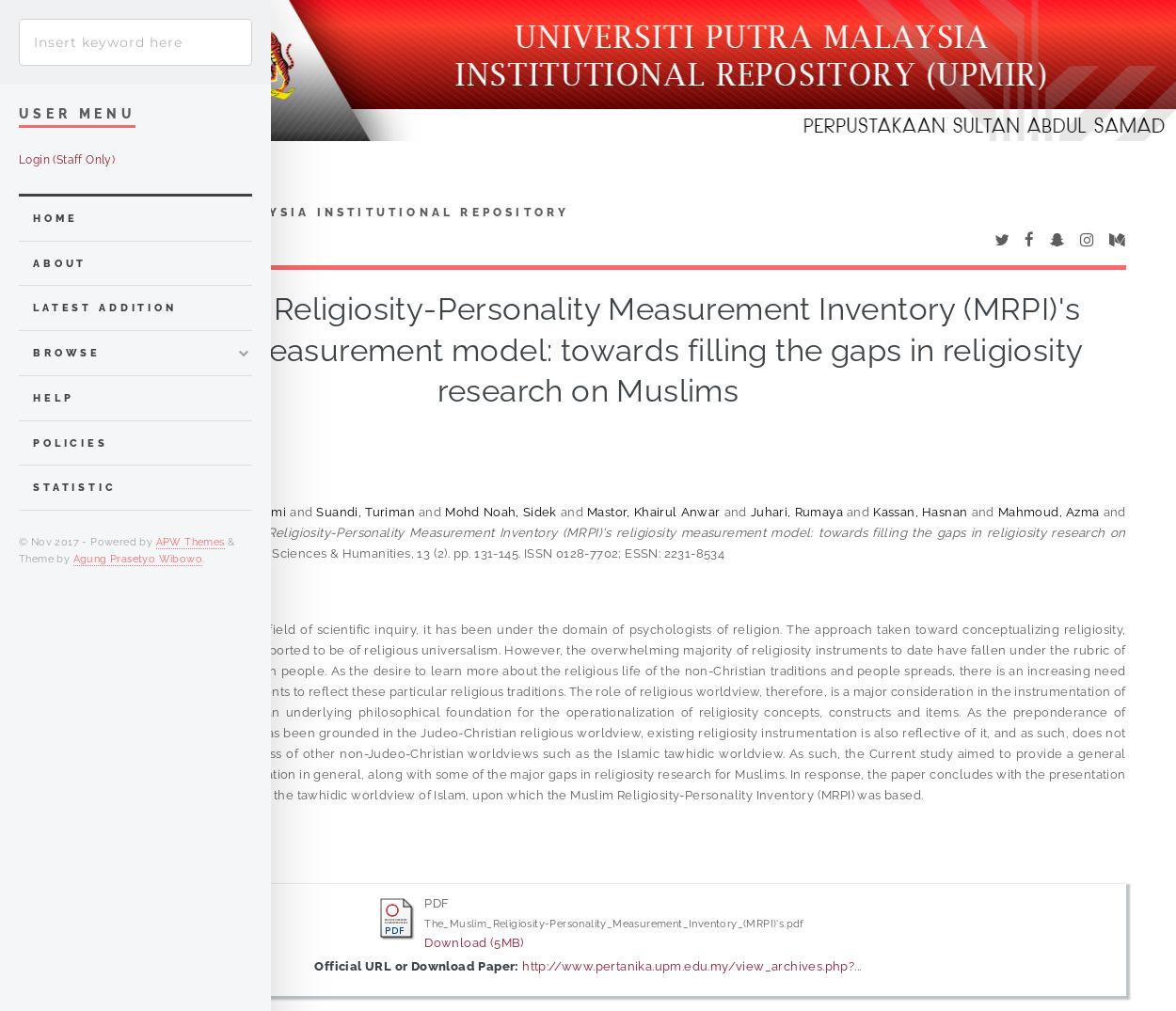 The height and width of the screenshot is (1011, 1176). I want to click on 'PDF', so click(423, 902).